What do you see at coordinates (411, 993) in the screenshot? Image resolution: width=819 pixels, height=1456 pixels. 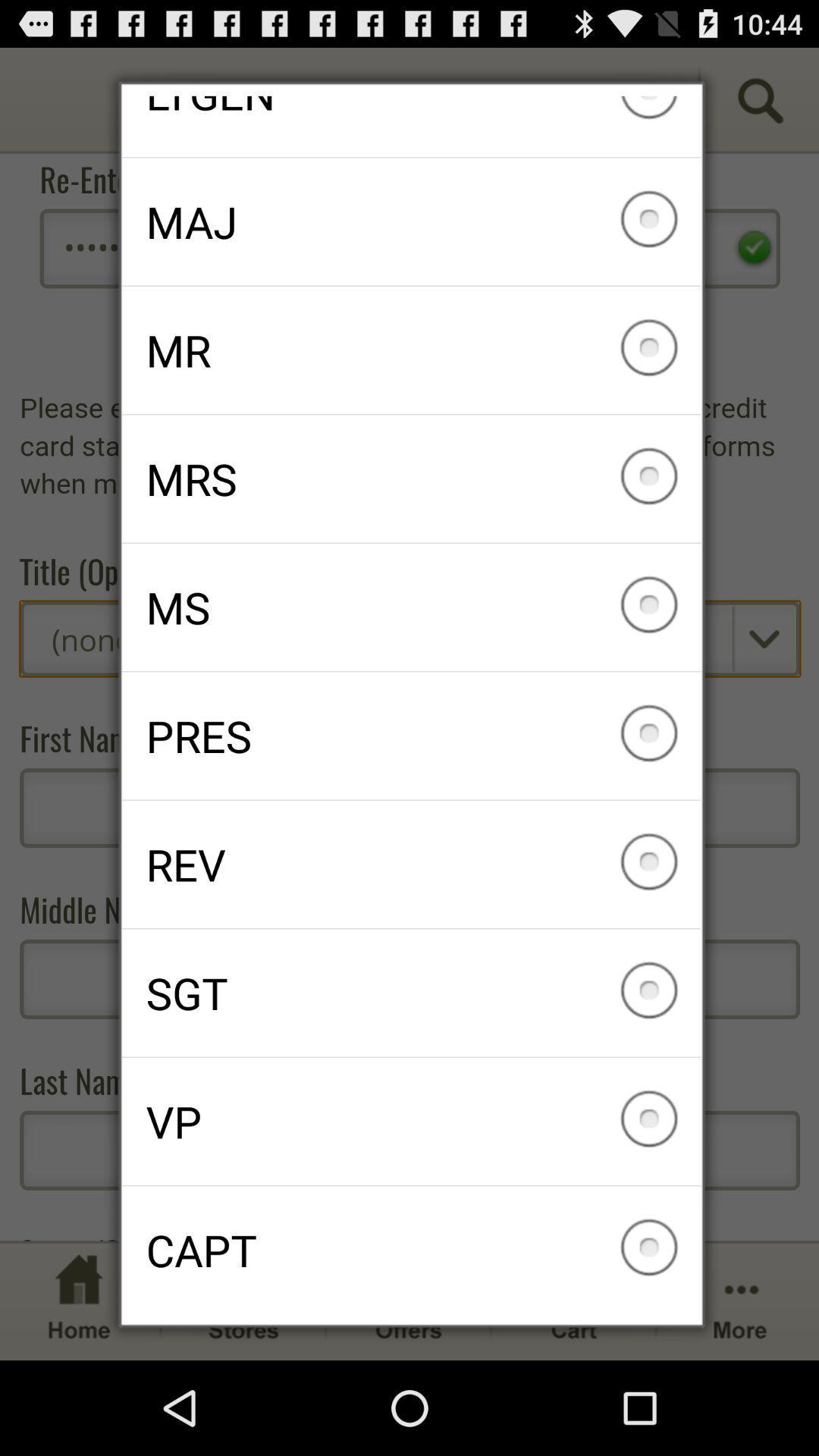 I see `the item below the rev checkbox` at bounding box center [411, 993].